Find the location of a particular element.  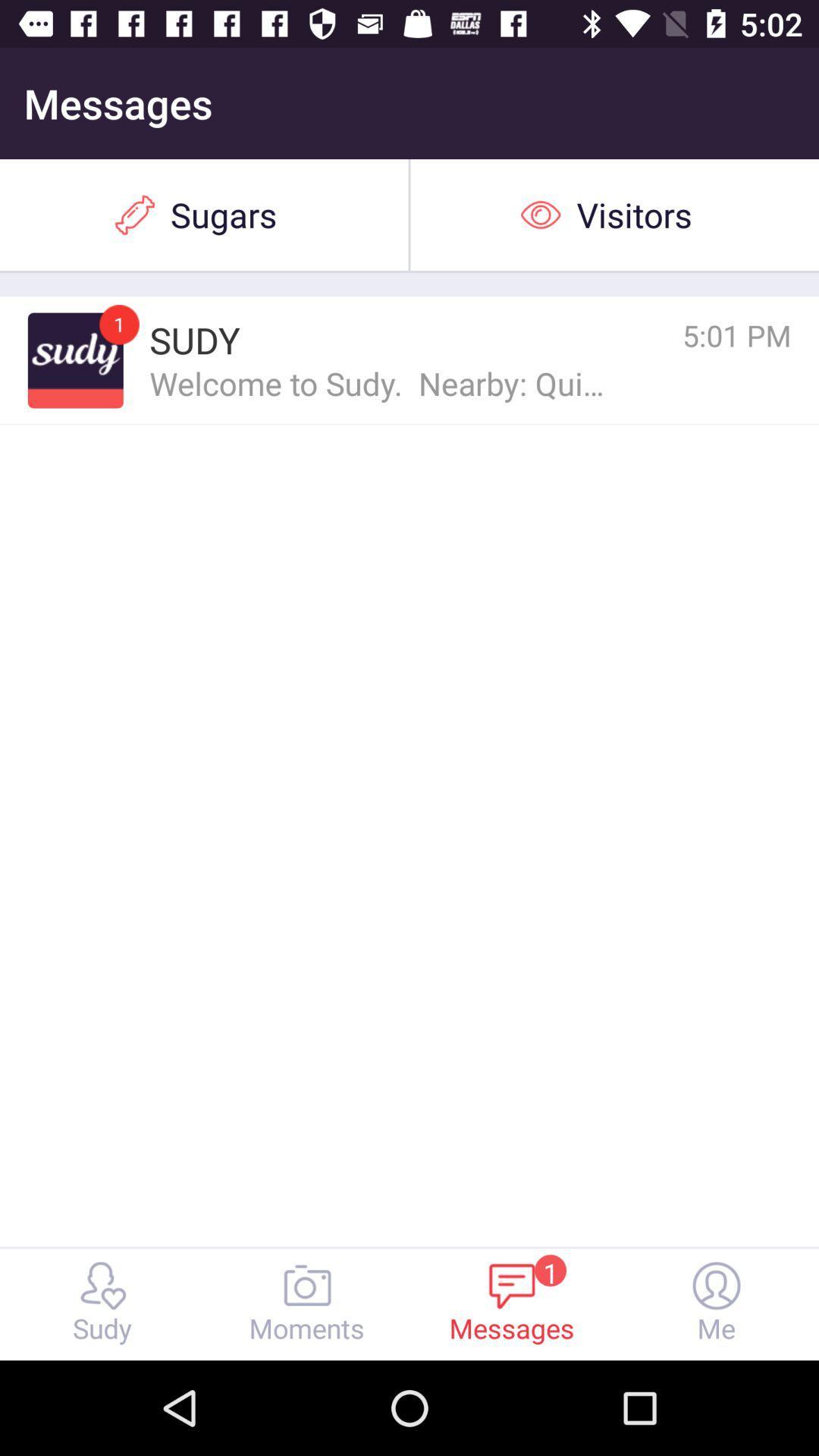

the welcome to sudy is located at coordinates (378, 382).